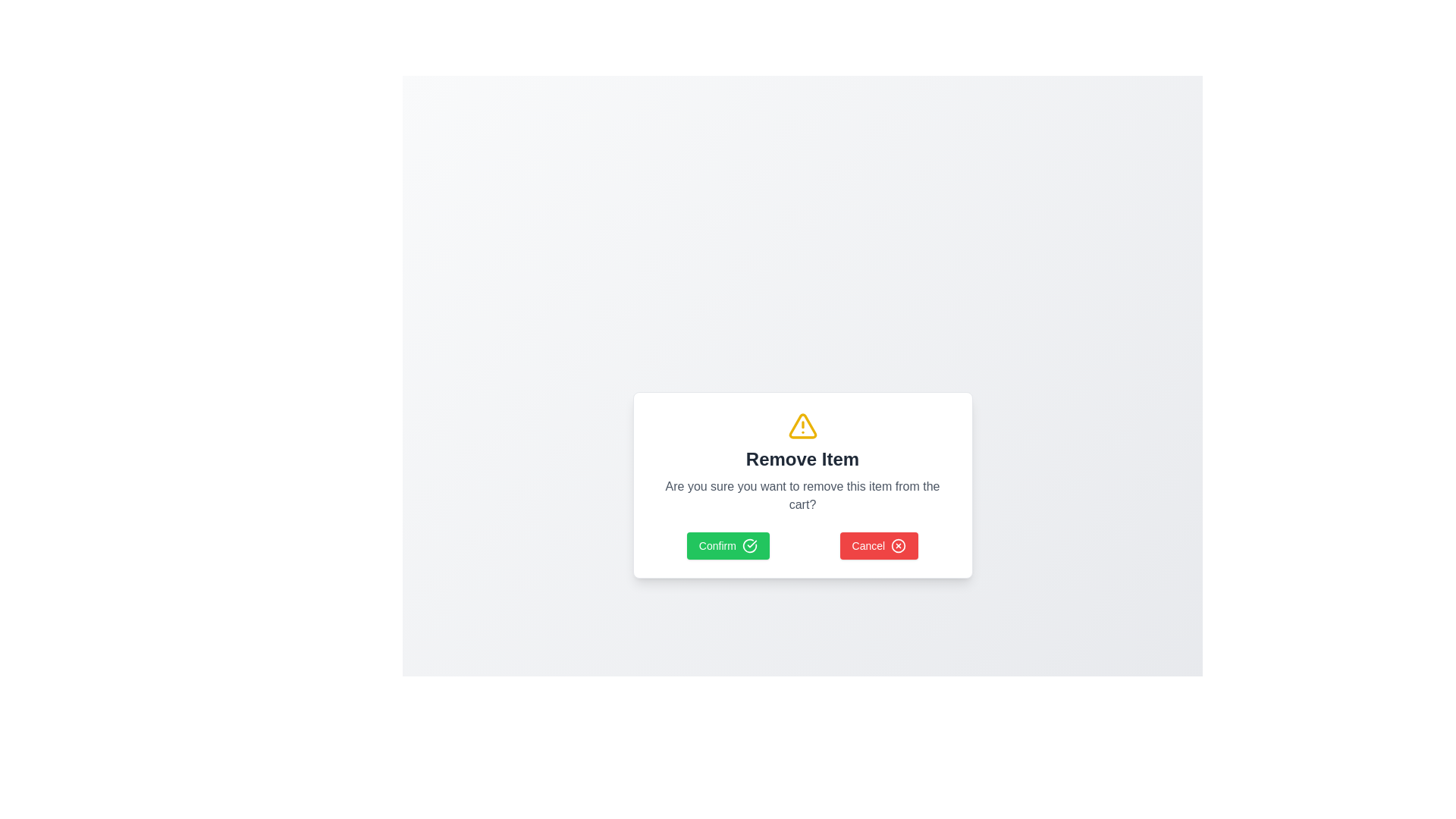 Image resolution: width=1456 pixels, height=819 pixels. Describe the element at coordinates (728, 546) in the screenshot. I see `the green 'Confirm' button with rounded corners that features white text and a checkmark icon to confirm the action` at that location.